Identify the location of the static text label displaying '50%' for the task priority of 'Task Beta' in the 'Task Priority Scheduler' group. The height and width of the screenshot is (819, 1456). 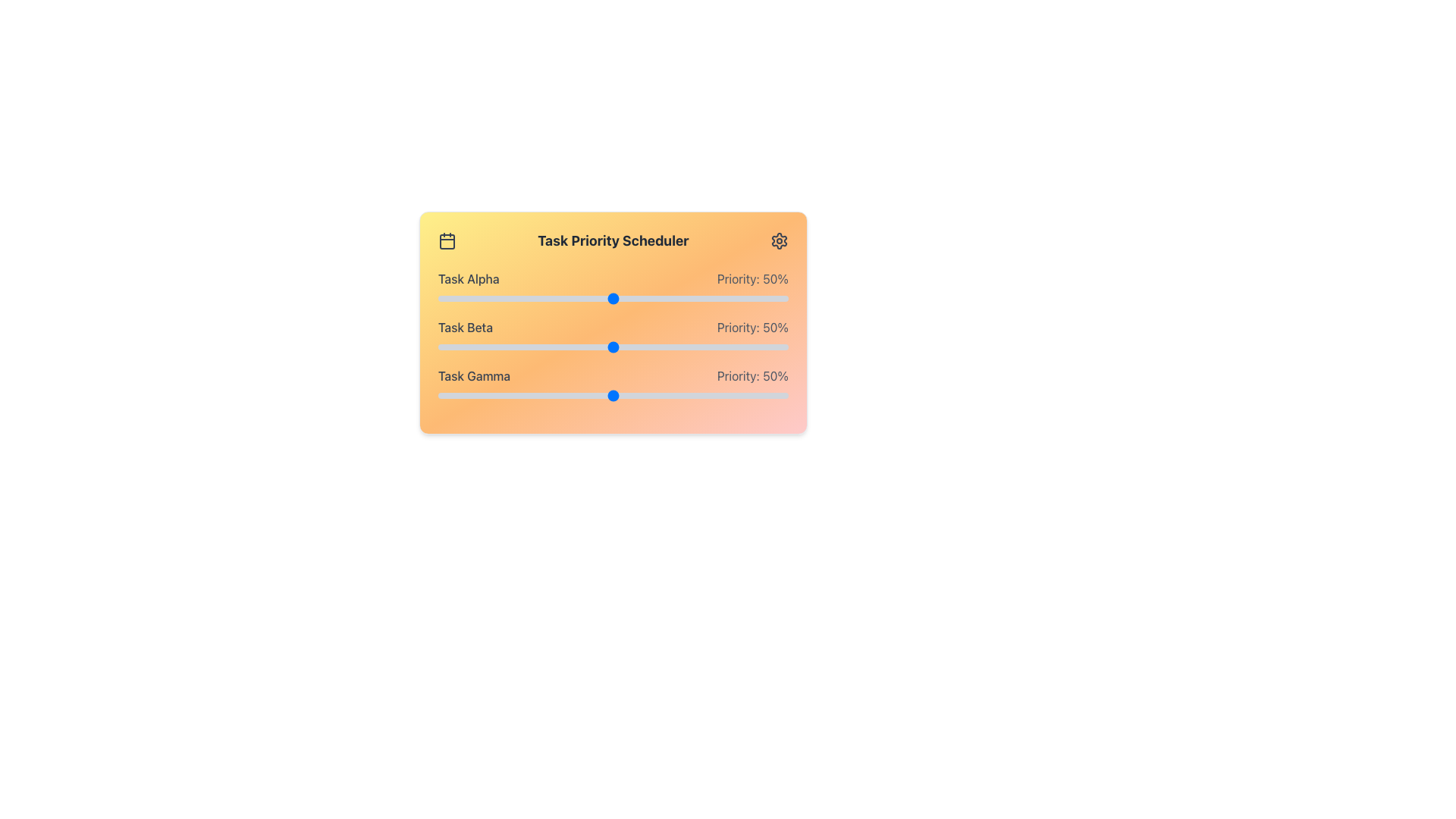
(752, 327).